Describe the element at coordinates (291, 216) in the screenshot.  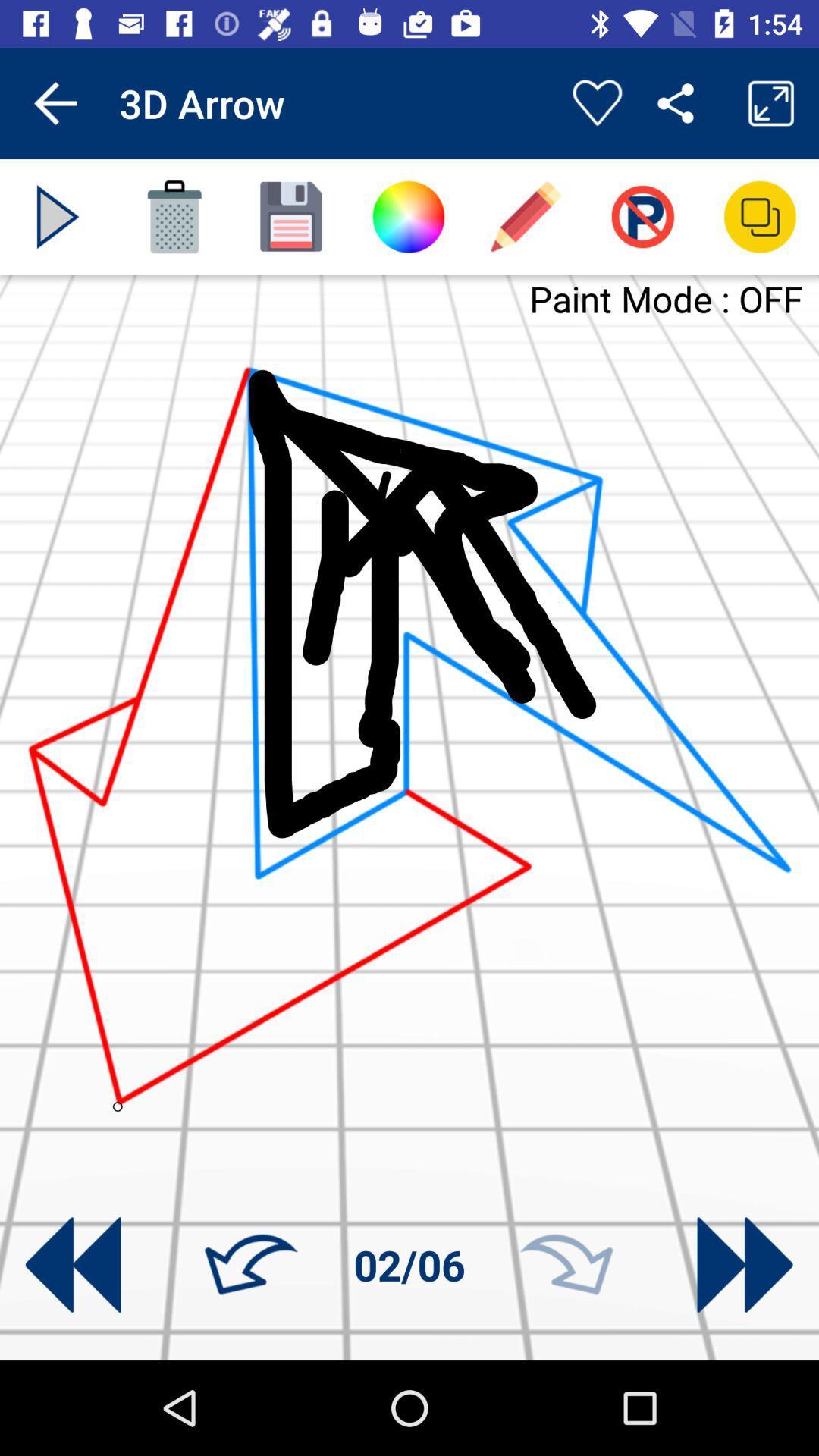
I see `new layer` at that location.